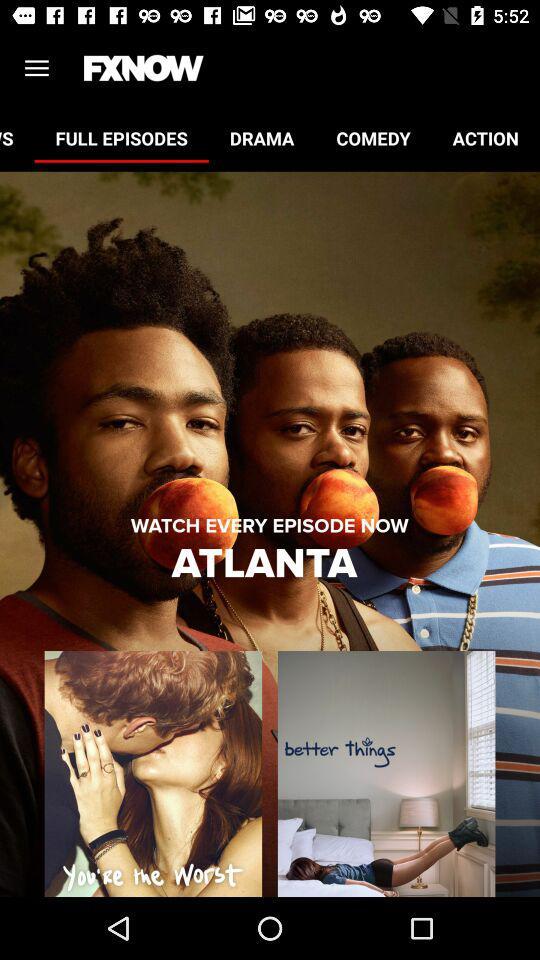  What do you see at coordinates (373, 137) in the screenshot?
I see `icon next to the action icon` at bounding box center [373, 137].